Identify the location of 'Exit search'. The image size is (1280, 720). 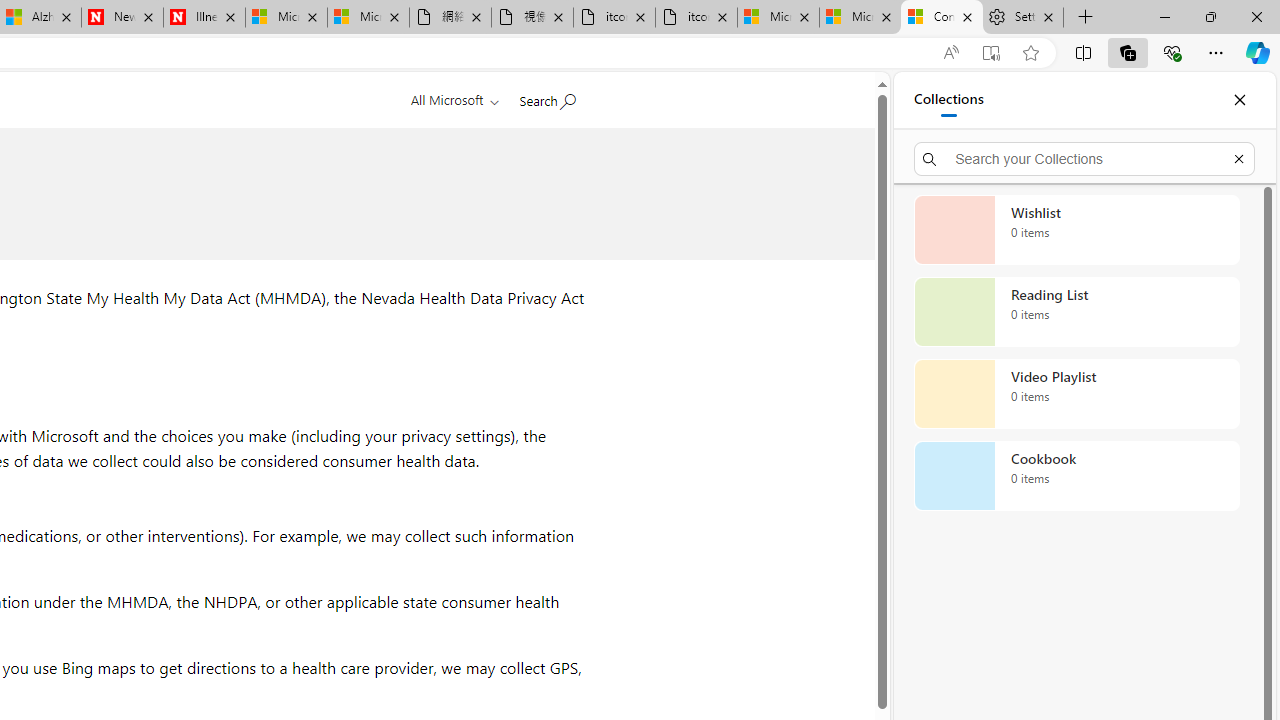
(1238, 158).